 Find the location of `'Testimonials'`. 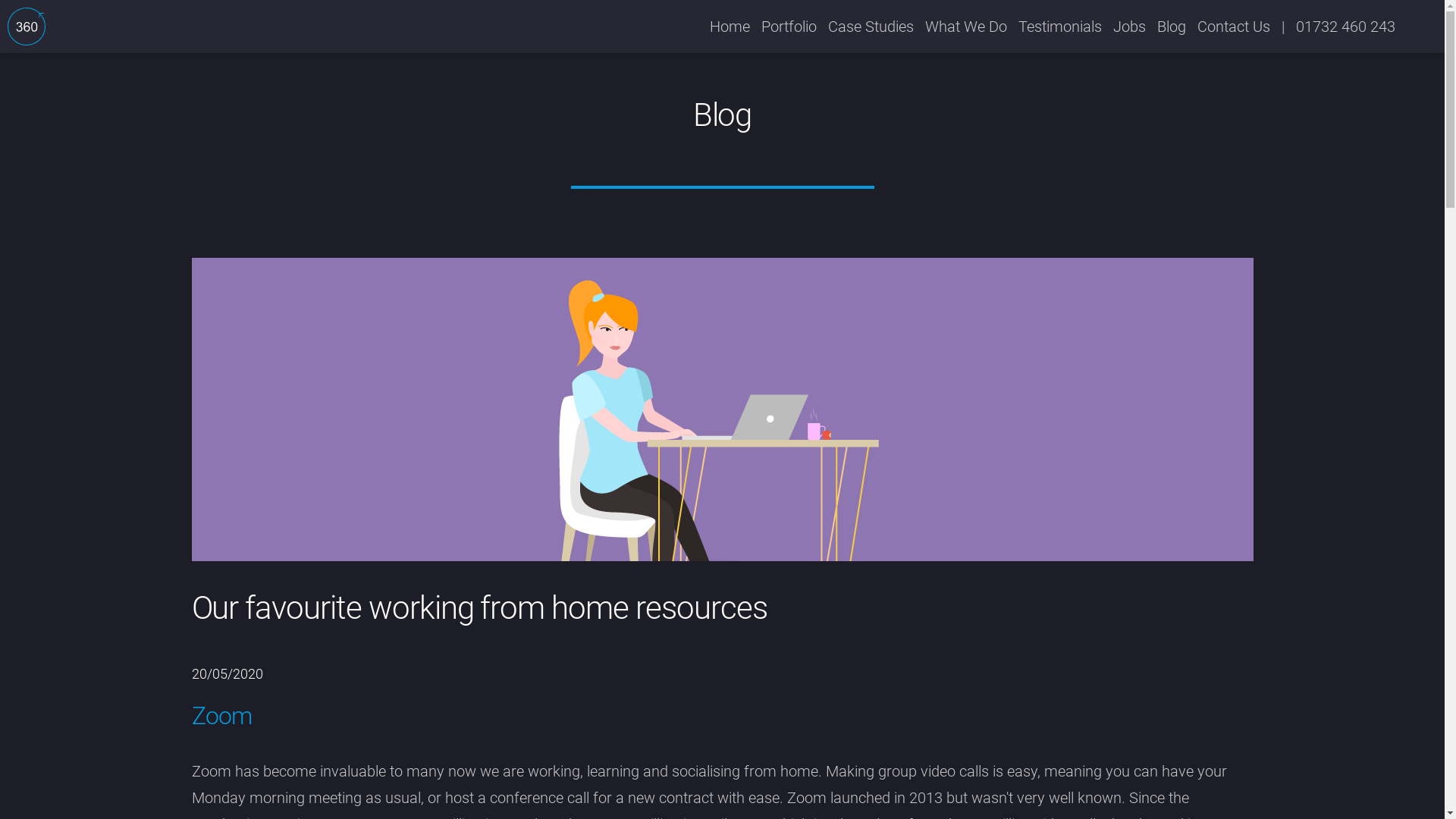

'Testimonials' is located at coordinates (1018, 27).